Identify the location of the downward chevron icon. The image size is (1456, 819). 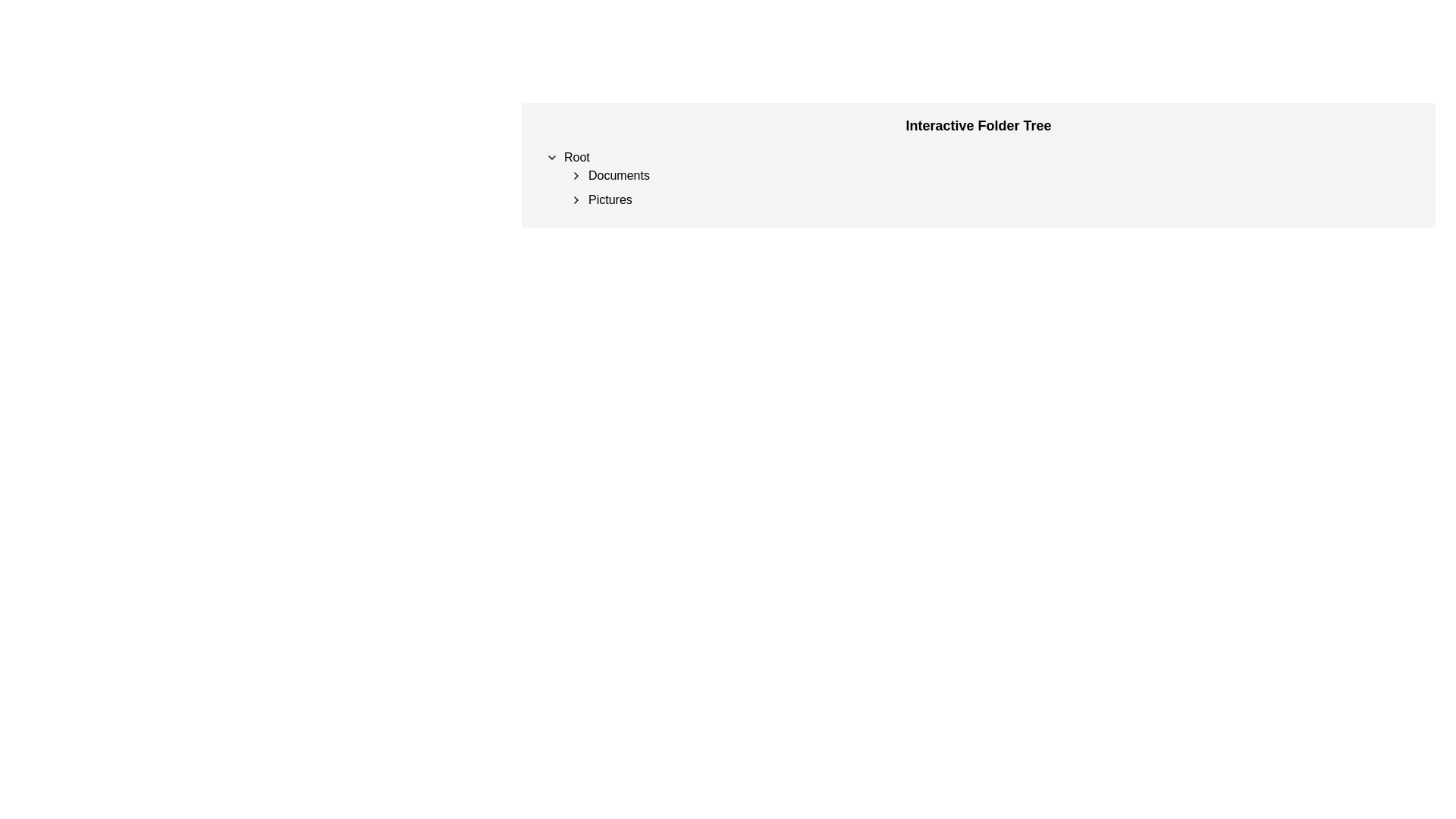
(551, 158).